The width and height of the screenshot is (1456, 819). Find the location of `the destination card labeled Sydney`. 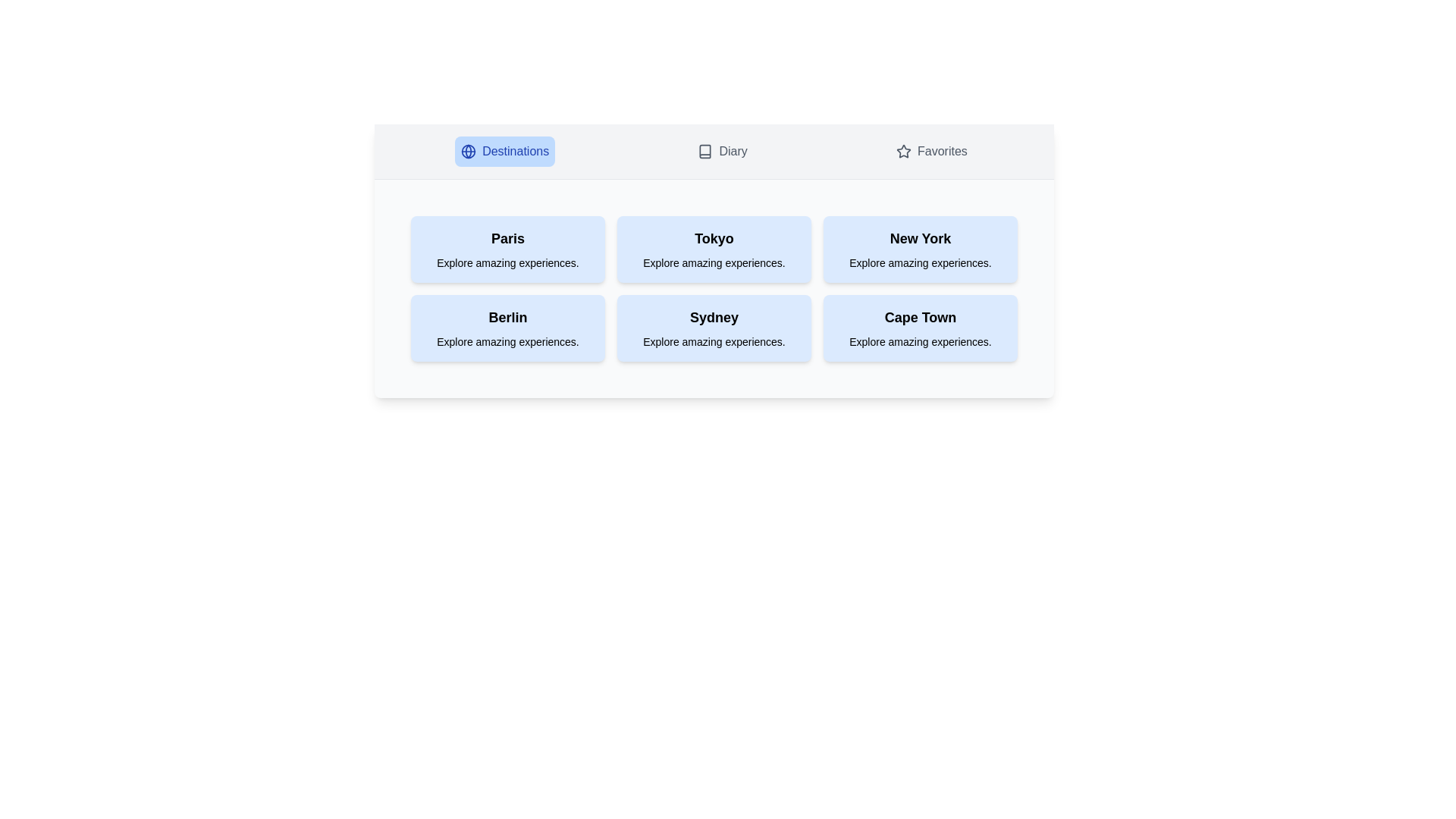

the destination card labeled Sydney is located at coordinates (713, 327).